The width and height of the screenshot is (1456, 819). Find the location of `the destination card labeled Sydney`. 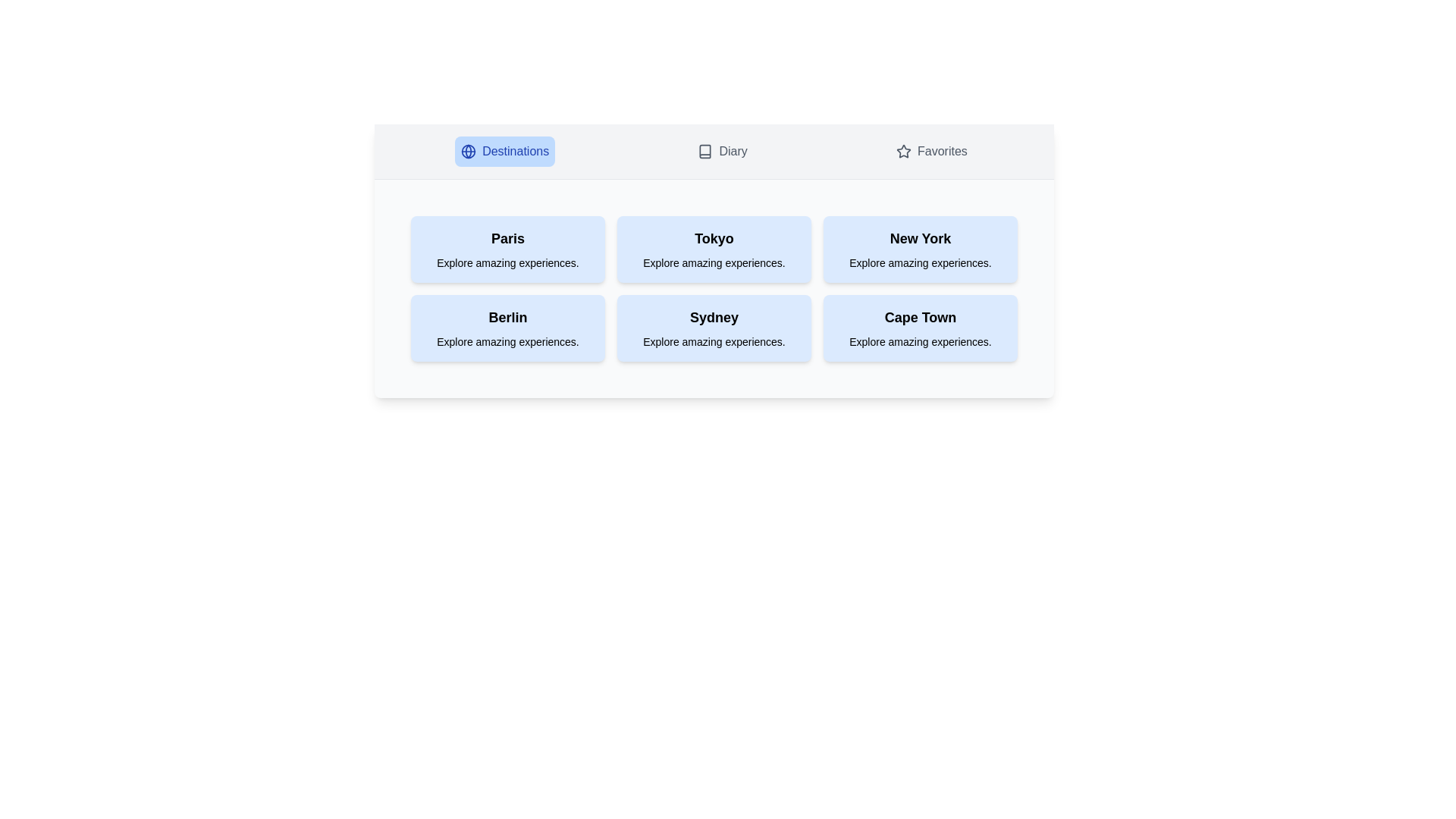

the destination card labeled Sydney is located at coordinates (713, 327).